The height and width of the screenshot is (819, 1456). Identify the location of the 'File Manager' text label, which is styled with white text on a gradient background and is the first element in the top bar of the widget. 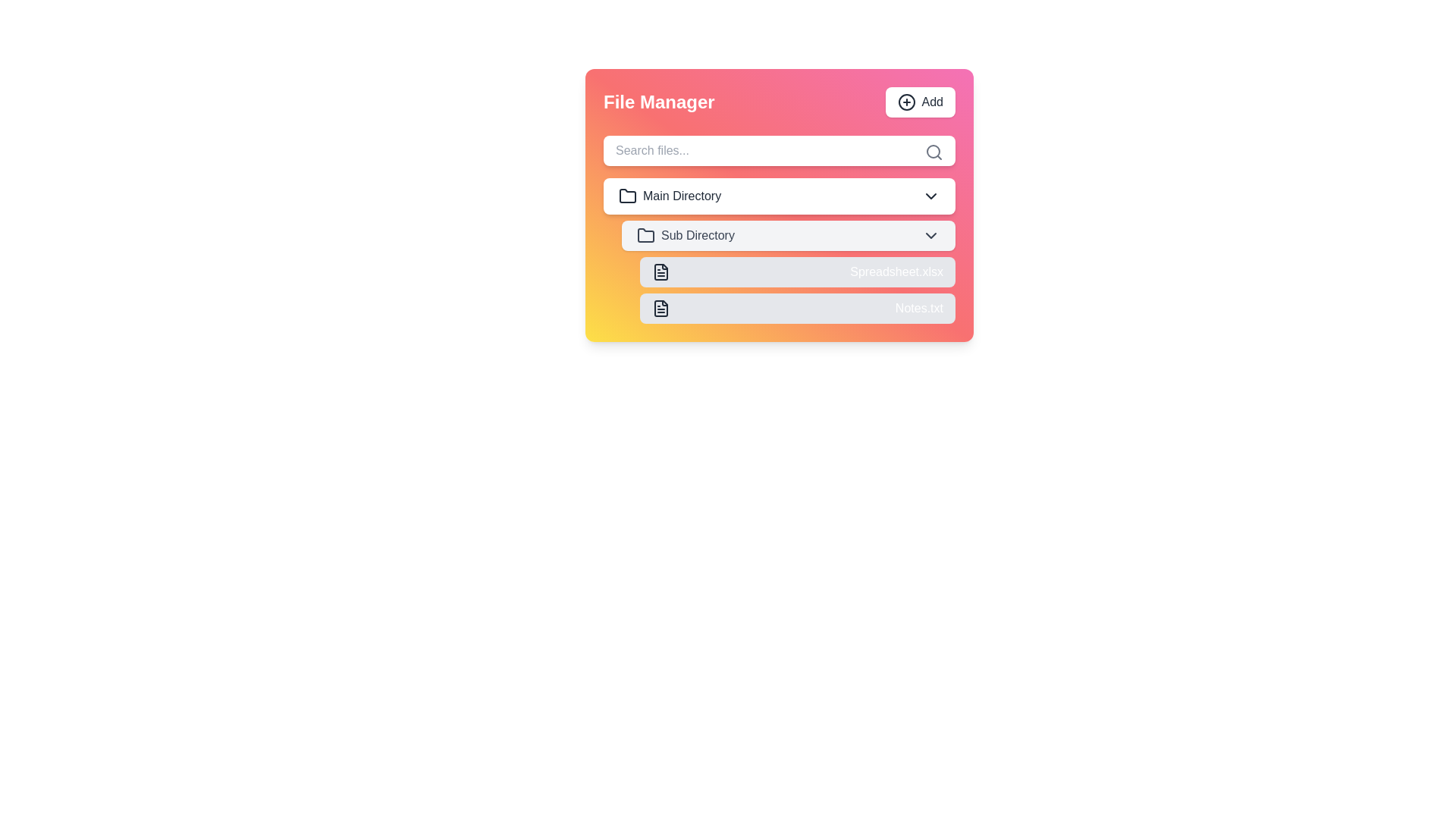
(659, 102).